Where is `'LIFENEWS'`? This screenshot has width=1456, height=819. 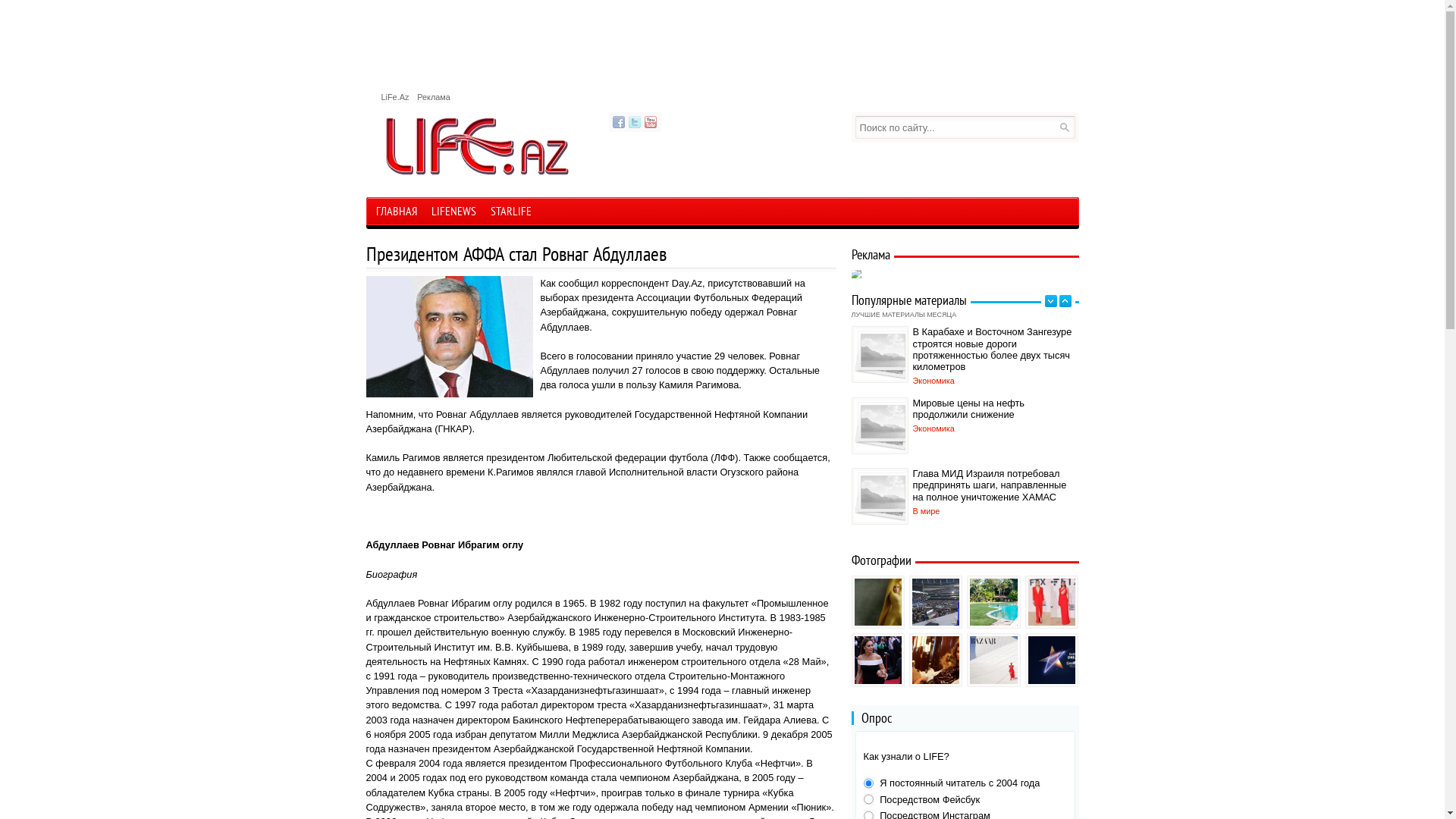 'LIFENEWS' is located at coordinates (453, 213).